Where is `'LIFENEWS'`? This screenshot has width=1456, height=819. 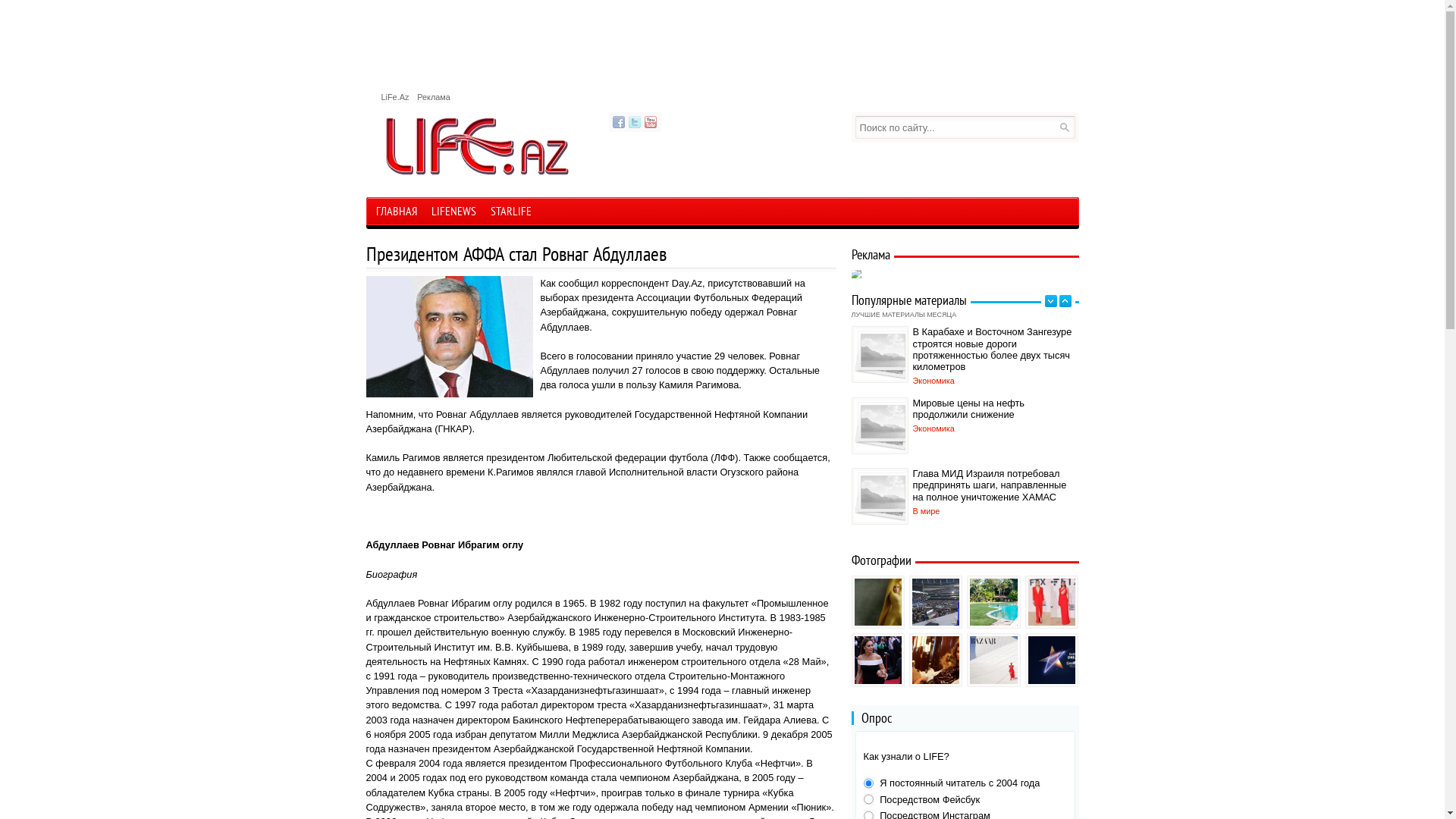 'LIFENEWS' is located at coordinates (453, 213).